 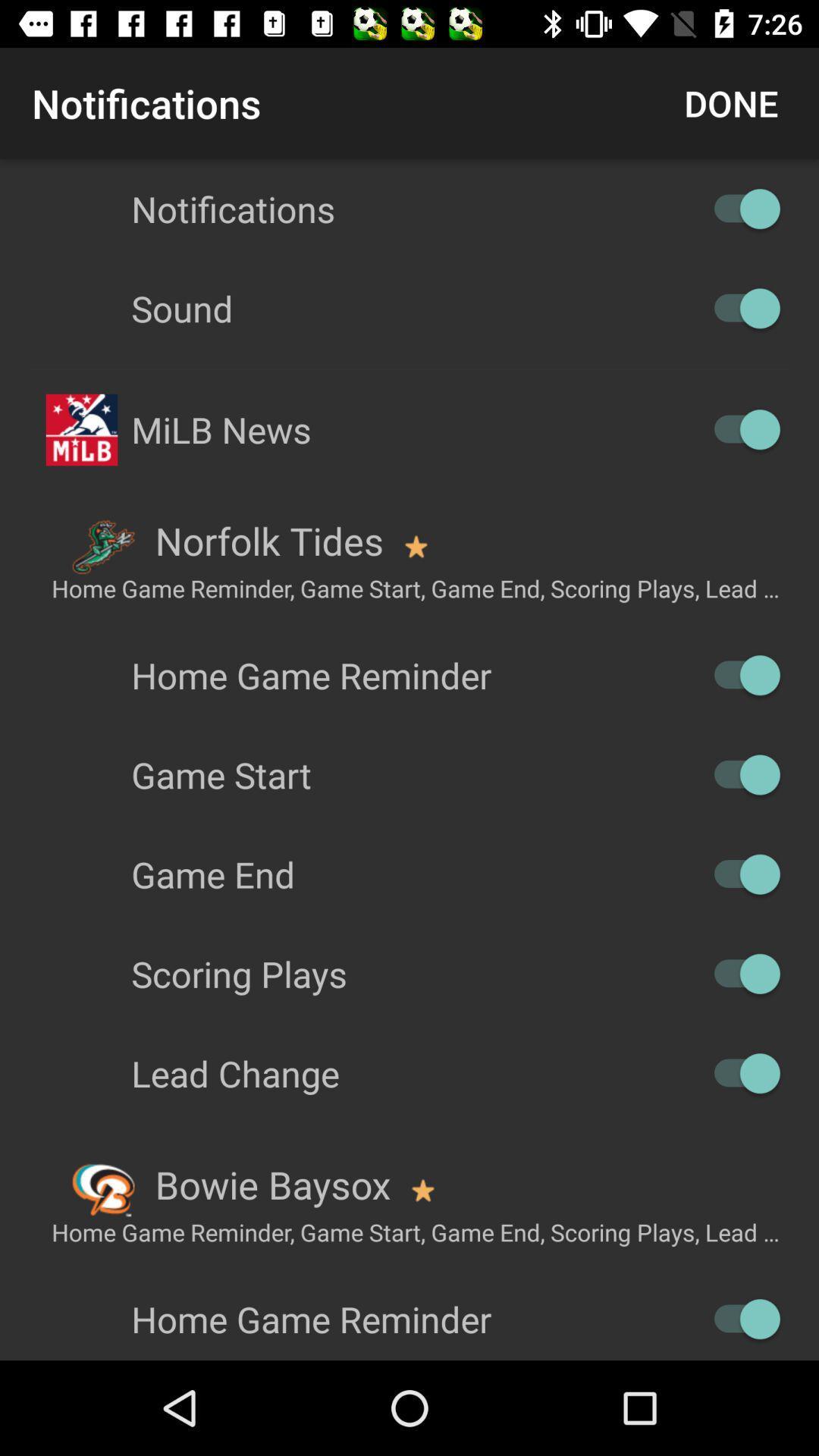 What do you see at coordinates (730, 102) in the screenshot?
I see `done button` at bounding box center [730, 102].